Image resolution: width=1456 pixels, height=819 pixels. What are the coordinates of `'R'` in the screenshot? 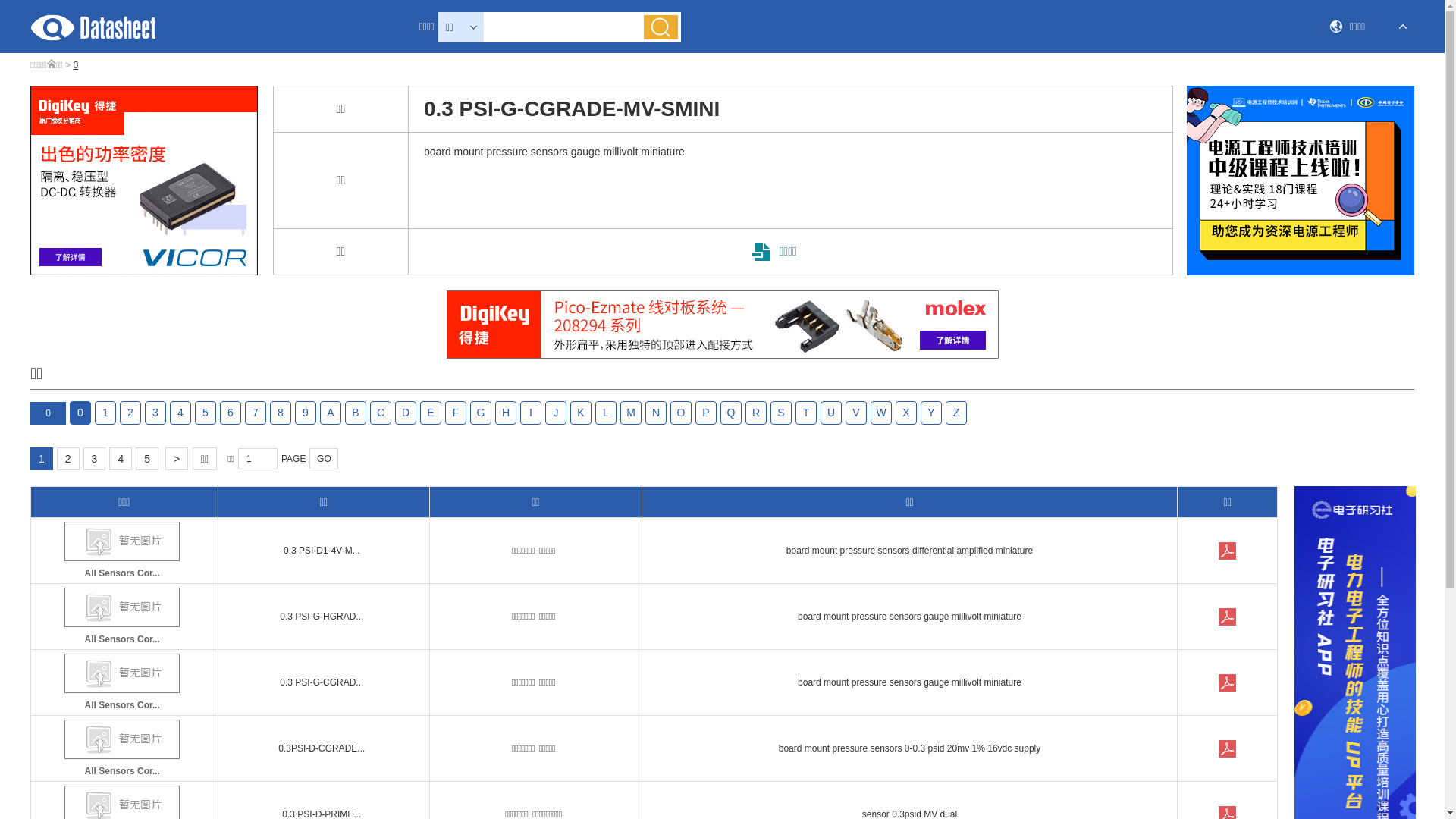 It's located at (756, 413).